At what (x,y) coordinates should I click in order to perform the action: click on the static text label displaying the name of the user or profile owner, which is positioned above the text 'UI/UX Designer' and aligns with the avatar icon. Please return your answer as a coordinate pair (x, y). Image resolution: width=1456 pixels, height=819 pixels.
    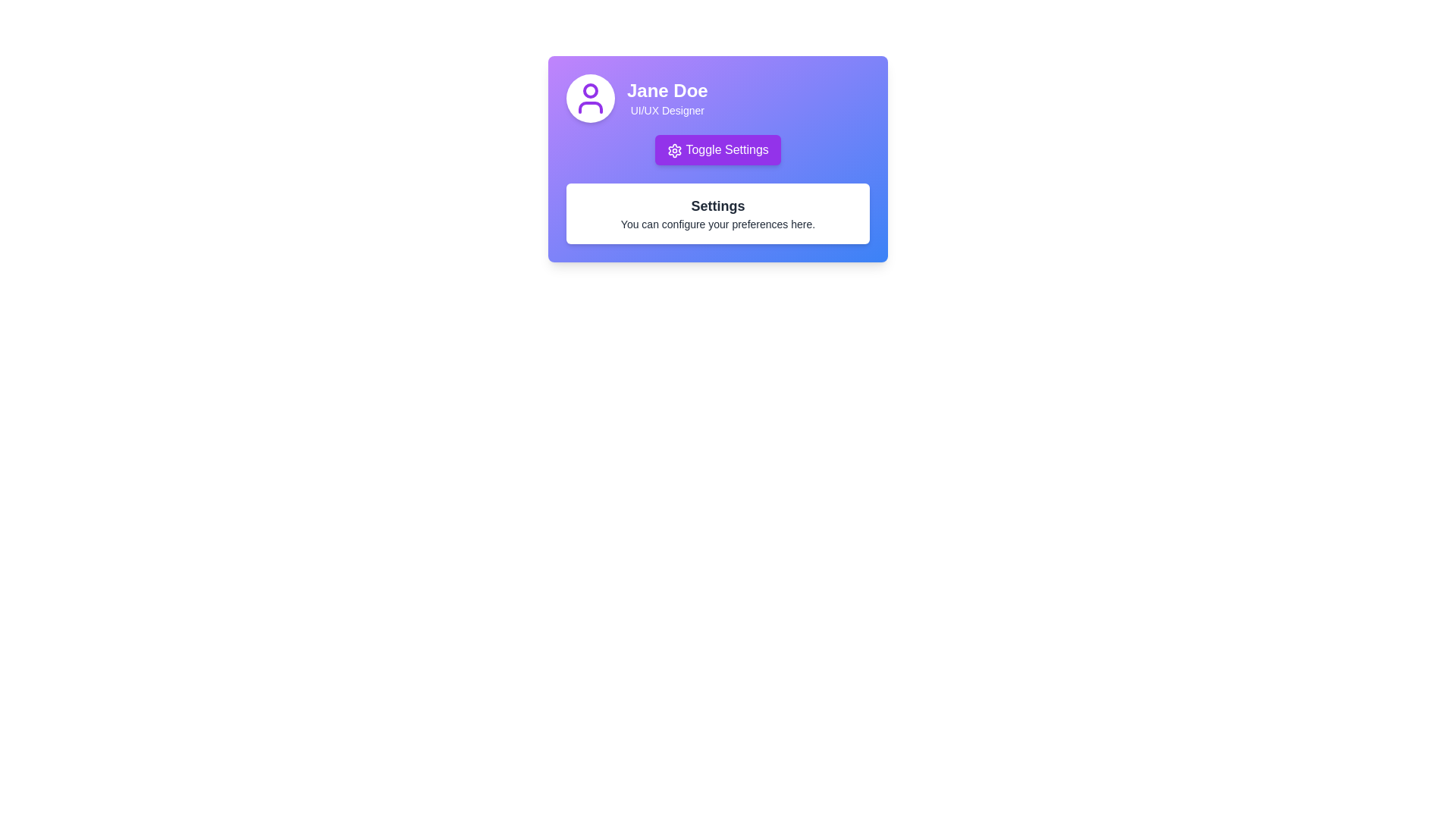
    Looking at the image, I should click on (667, 90).